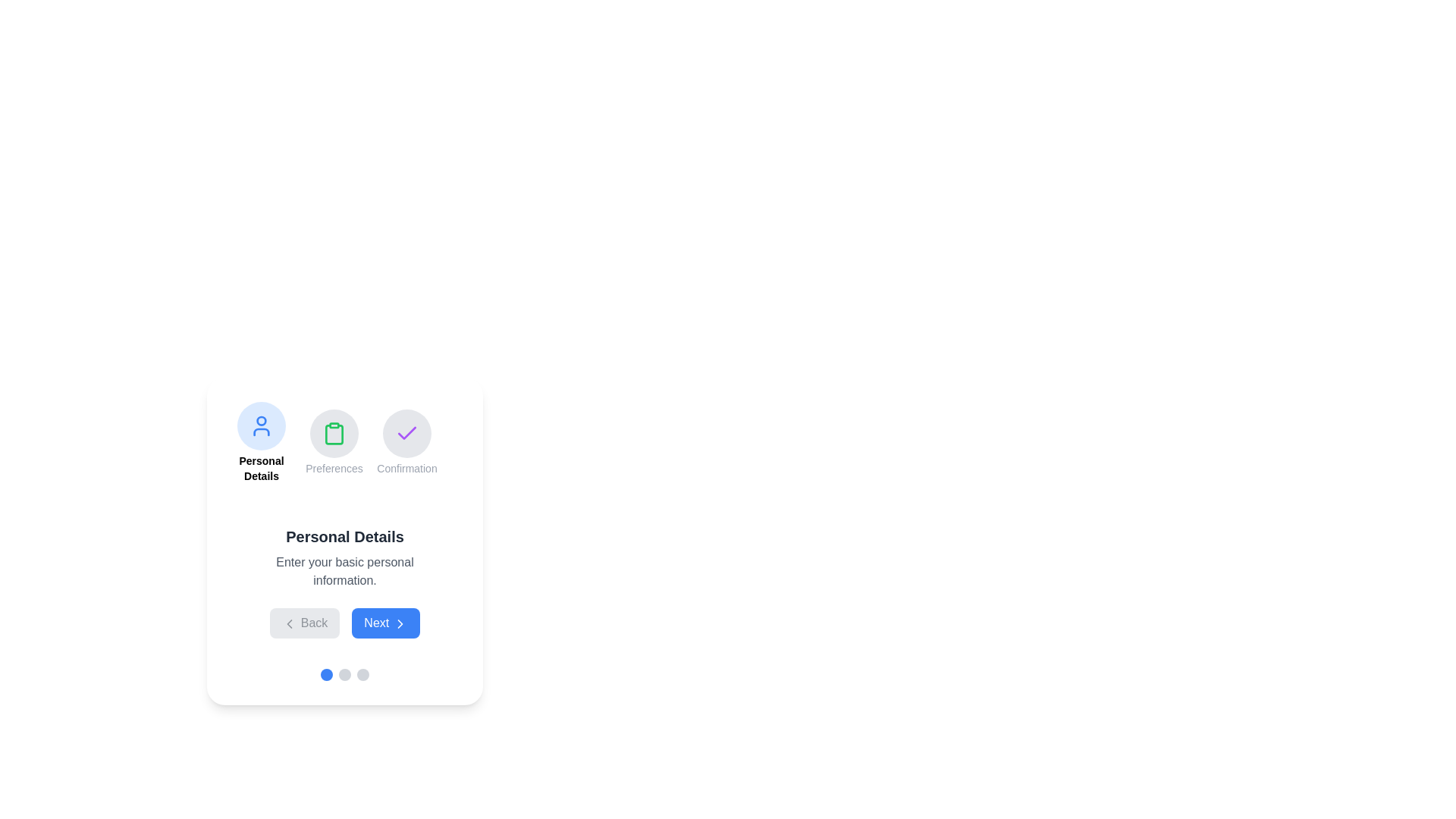 The height and width of the screenshot is (819, 1456). What do you see at coordinates (334, 442) in the screenshot?
I see `the 'Preferences' Icon` at bounding box center [334, 442].